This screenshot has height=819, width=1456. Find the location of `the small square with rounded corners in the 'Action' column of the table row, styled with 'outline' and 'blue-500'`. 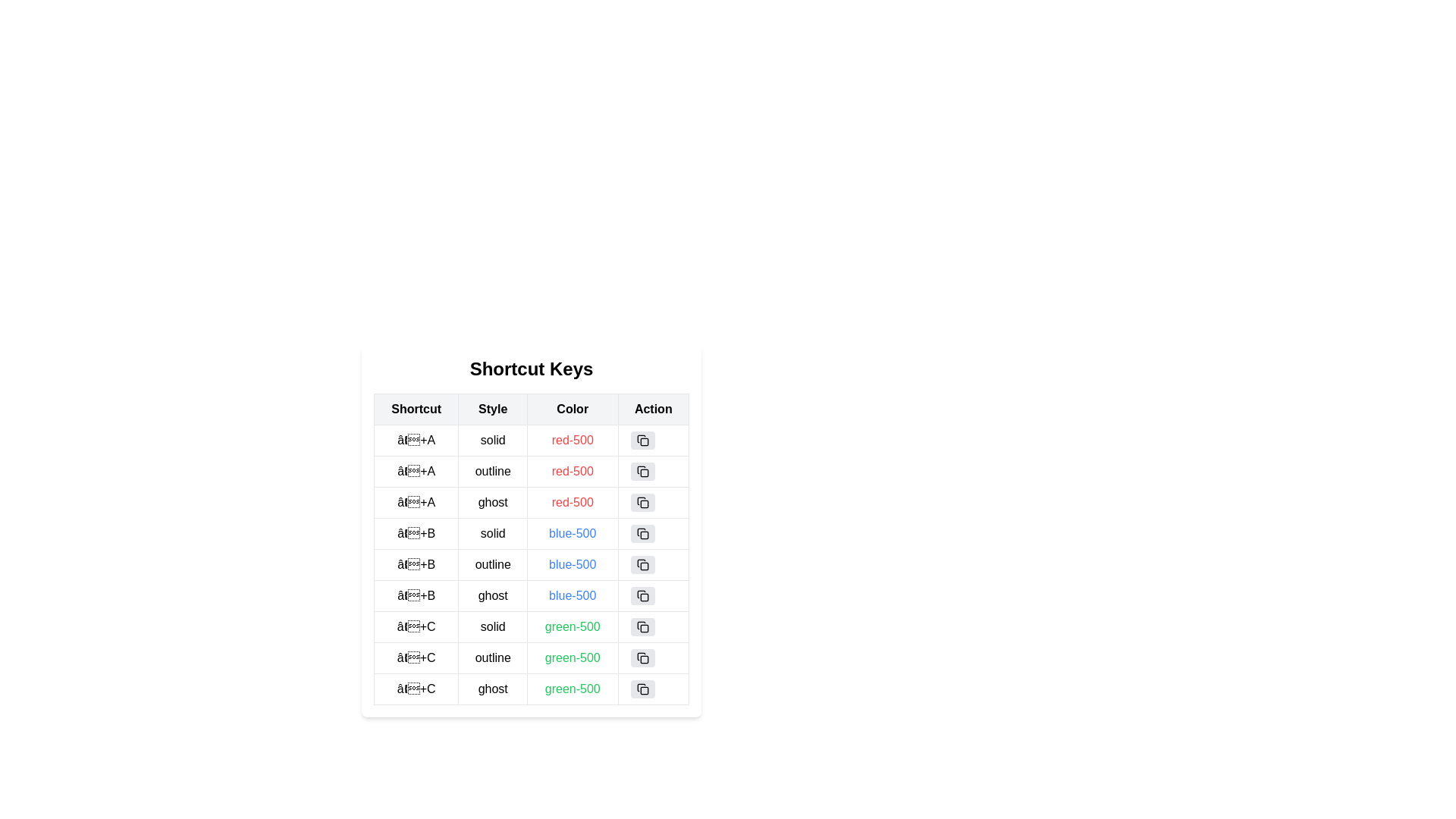

the small square with rounded corners in the 'Action' column of the table row, styled with 'outline' and 'blue-500' is located at coordinates (644, 566).